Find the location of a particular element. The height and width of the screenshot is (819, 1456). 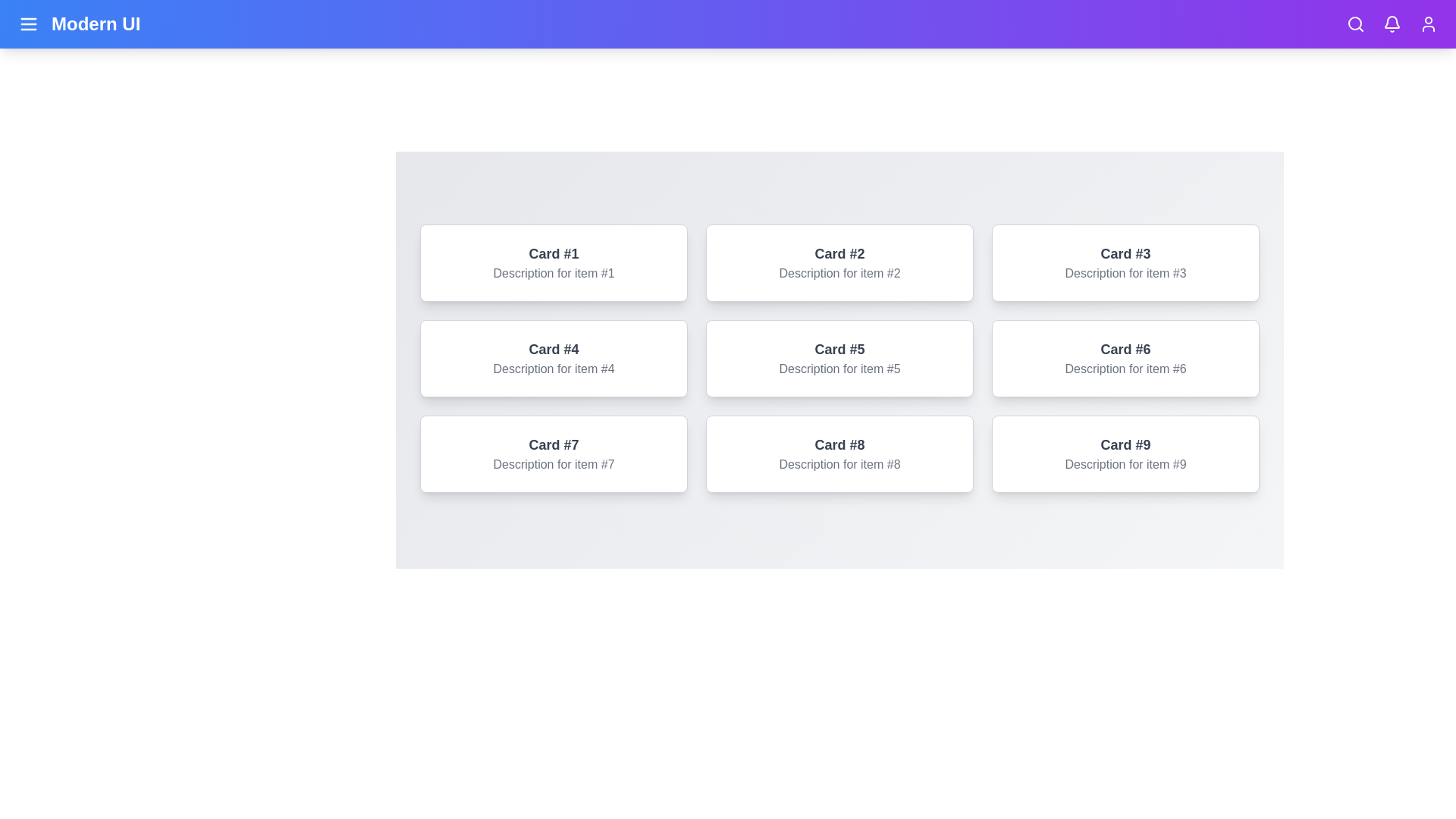

the notifications icon in the navigation bar is located at coordinates (1392, 24).